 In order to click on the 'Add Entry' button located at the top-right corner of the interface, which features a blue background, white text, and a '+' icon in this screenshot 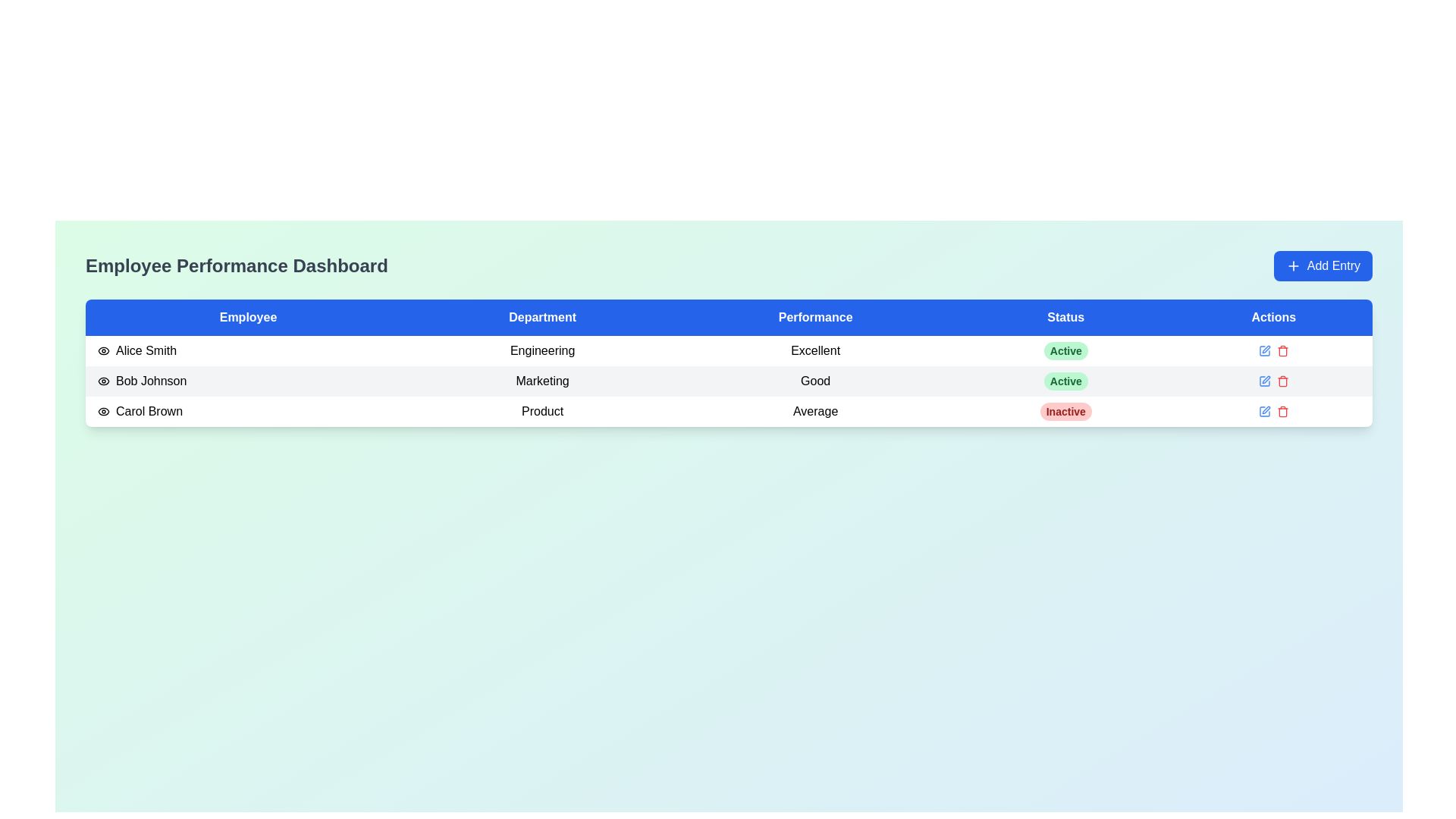, I will do `click(1322, 265)`.